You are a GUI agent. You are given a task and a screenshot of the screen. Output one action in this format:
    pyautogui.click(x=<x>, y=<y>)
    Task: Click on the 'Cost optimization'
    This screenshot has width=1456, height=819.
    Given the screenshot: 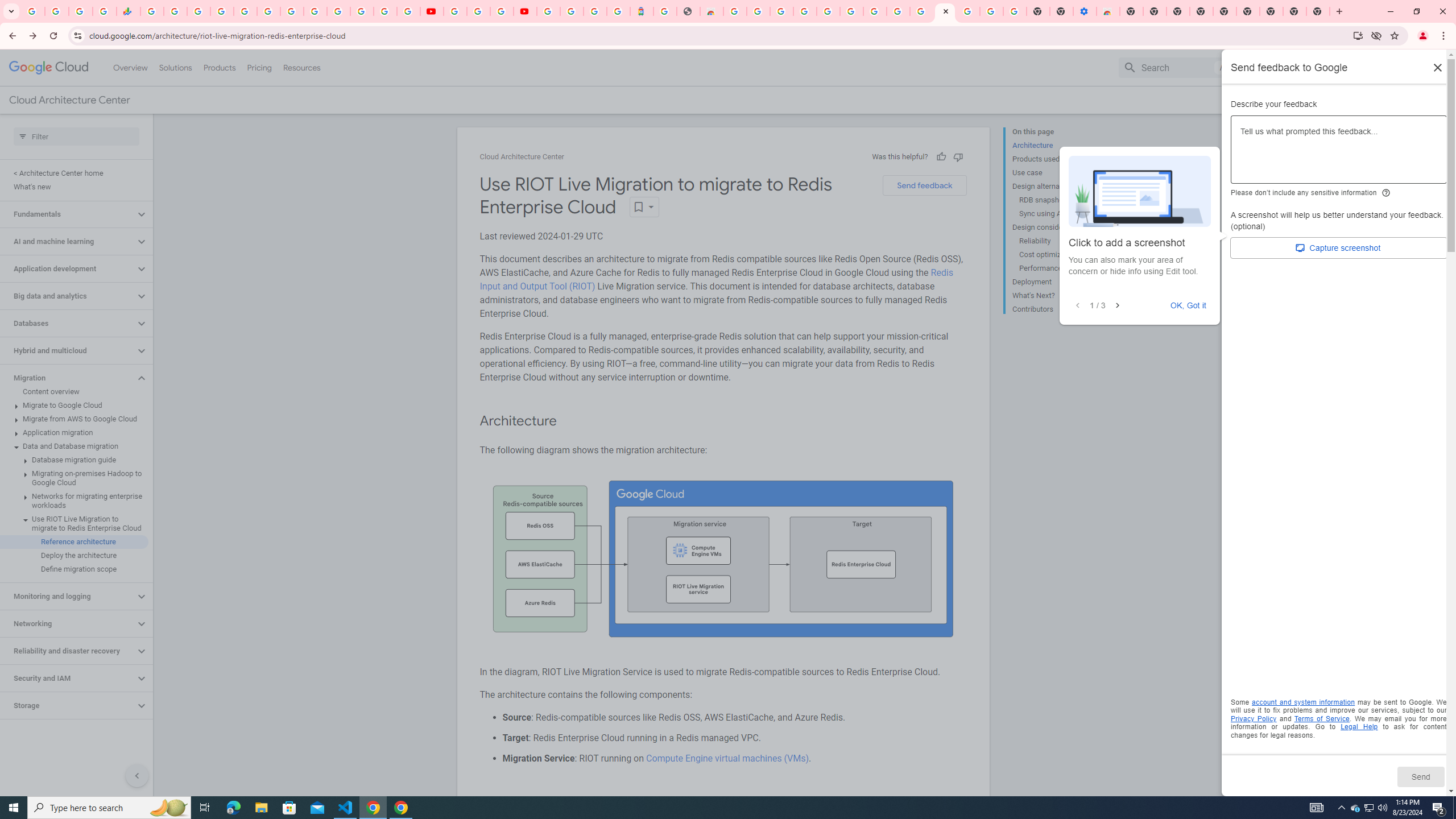 What is the action you would take?
    pyautogui.click(x=1062, y=254)
    